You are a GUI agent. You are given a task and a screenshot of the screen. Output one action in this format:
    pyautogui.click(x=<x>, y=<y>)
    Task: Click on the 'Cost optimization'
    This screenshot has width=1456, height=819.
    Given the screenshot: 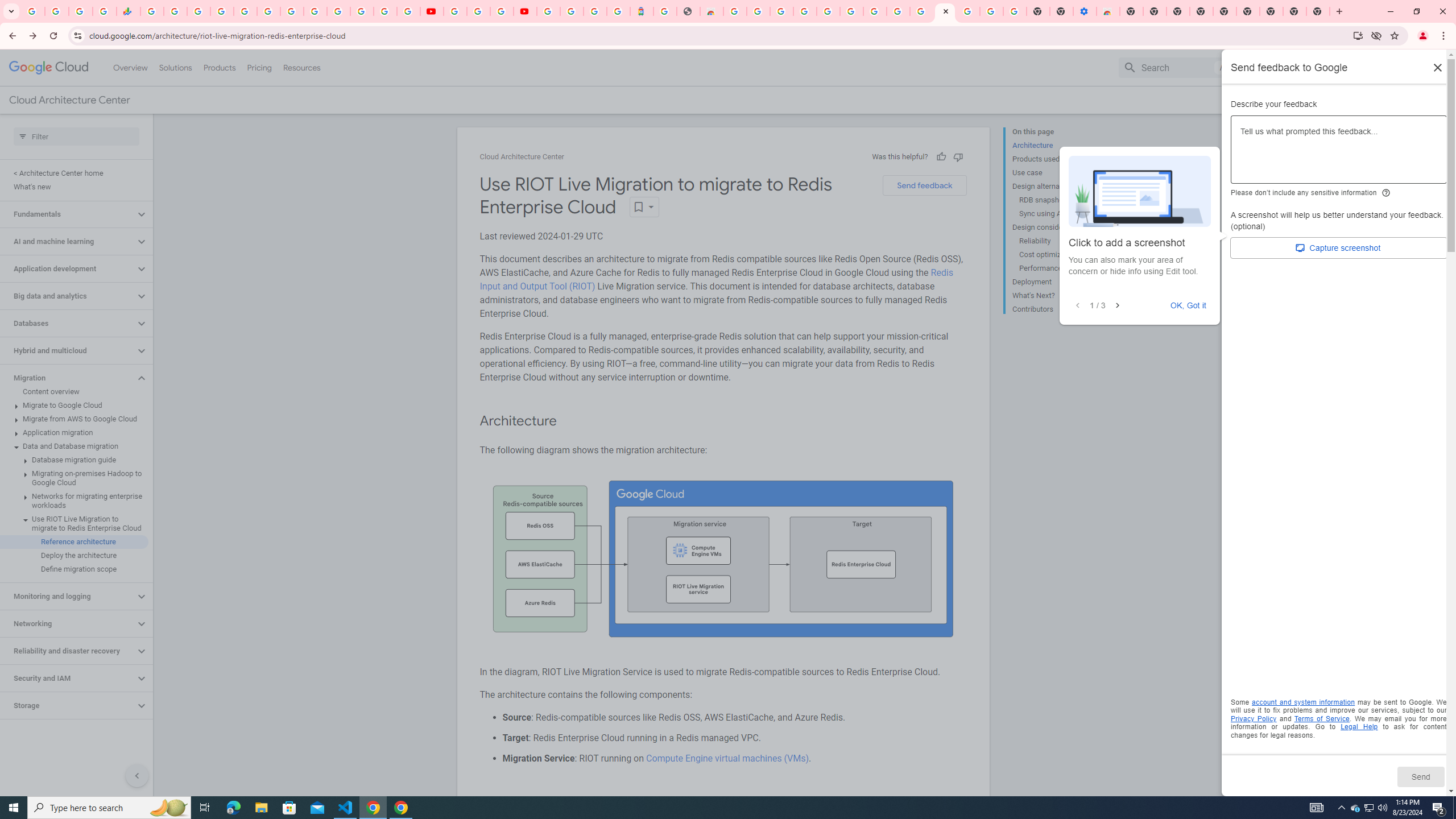 What is the action you would take?
    pyautogui.click(x=1062, y=254)
    